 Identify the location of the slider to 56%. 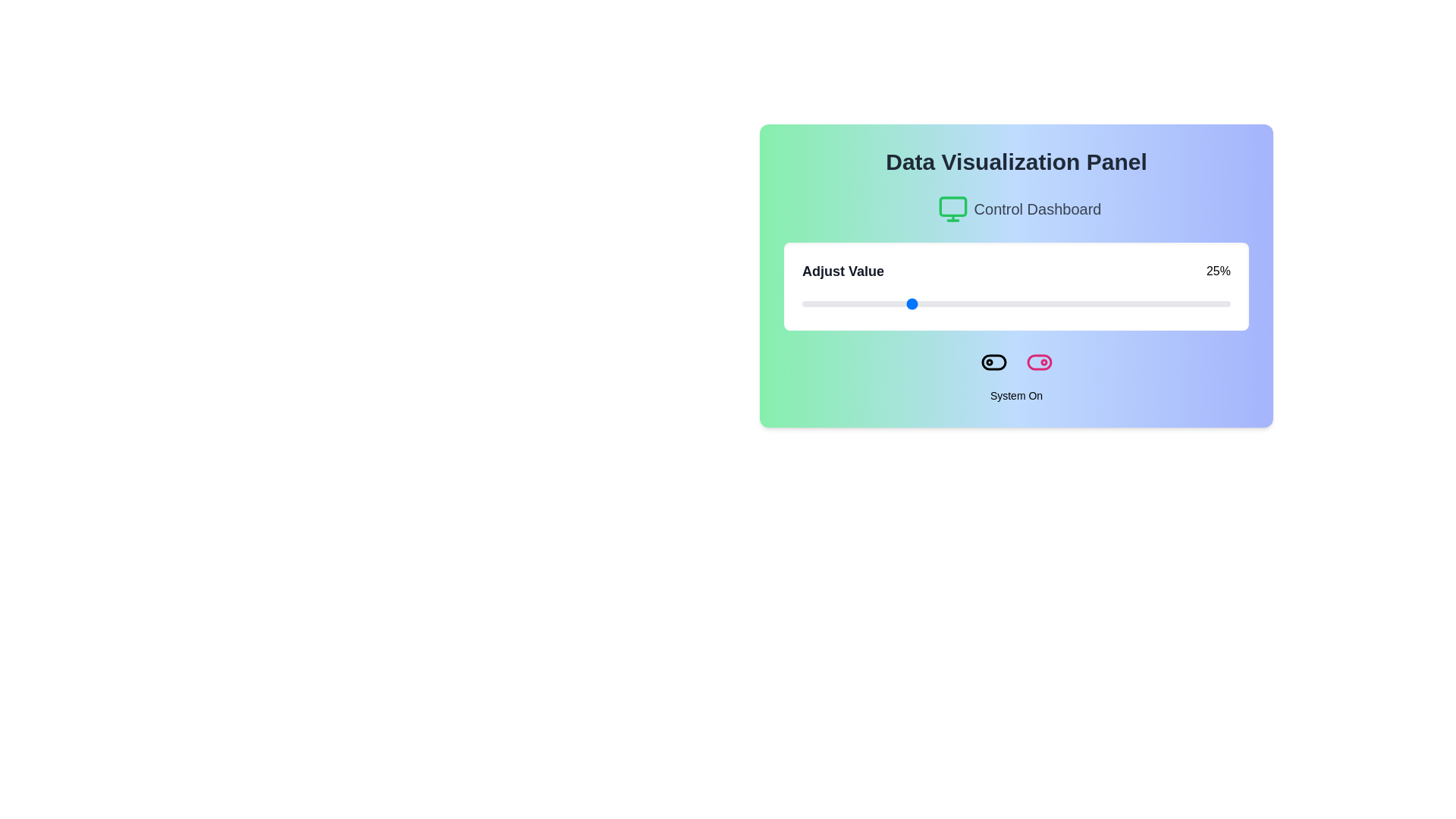
(1041, 304).